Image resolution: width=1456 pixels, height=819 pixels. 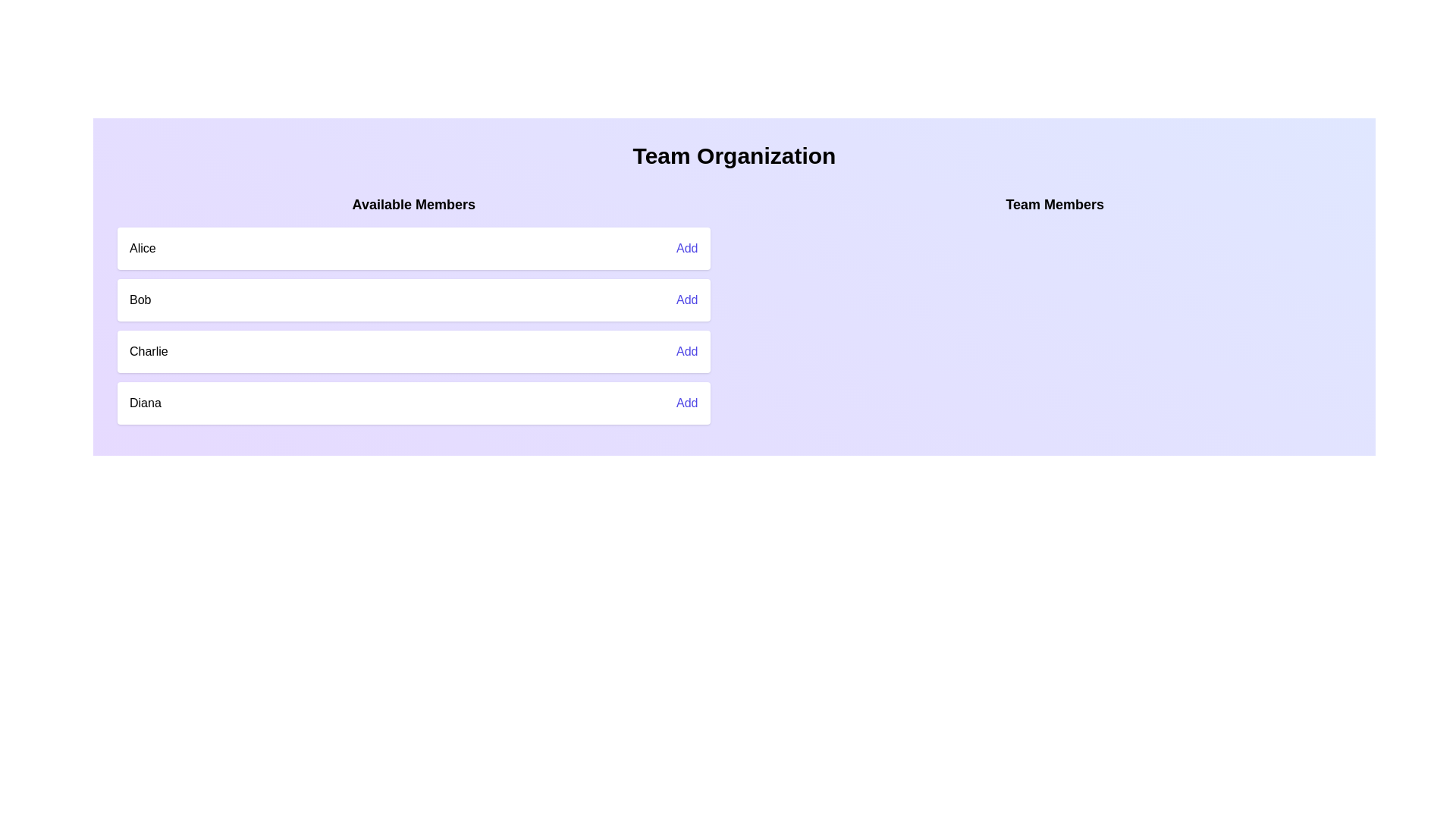 What do you see at coordinates (686, 351) in the screenshot?
I see `'Add' button for the member Charlie to add them to the team` at bounding box center [686, 351].